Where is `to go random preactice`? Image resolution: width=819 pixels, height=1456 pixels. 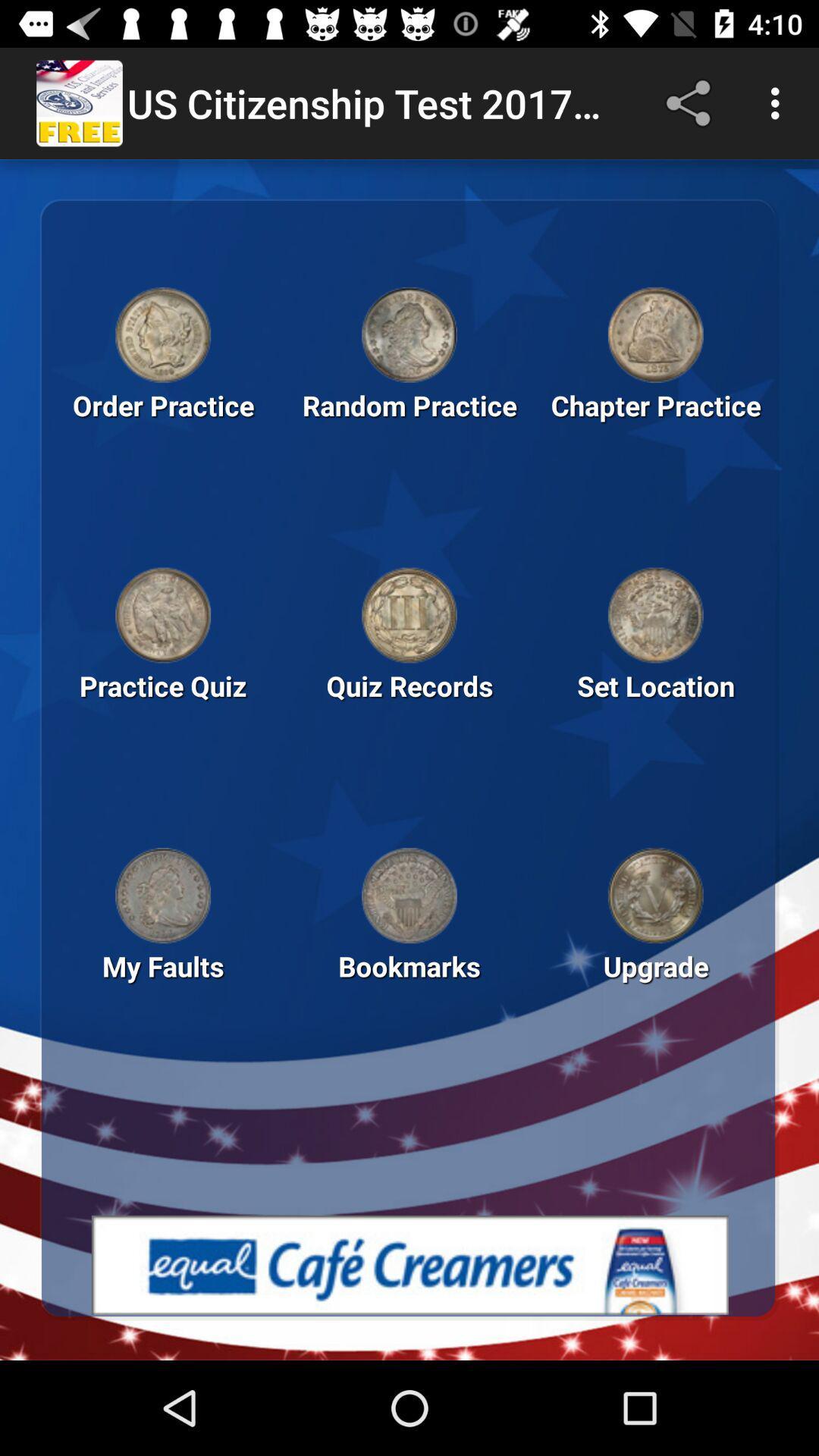
to go random preactice is located at coordinates (409, 334).